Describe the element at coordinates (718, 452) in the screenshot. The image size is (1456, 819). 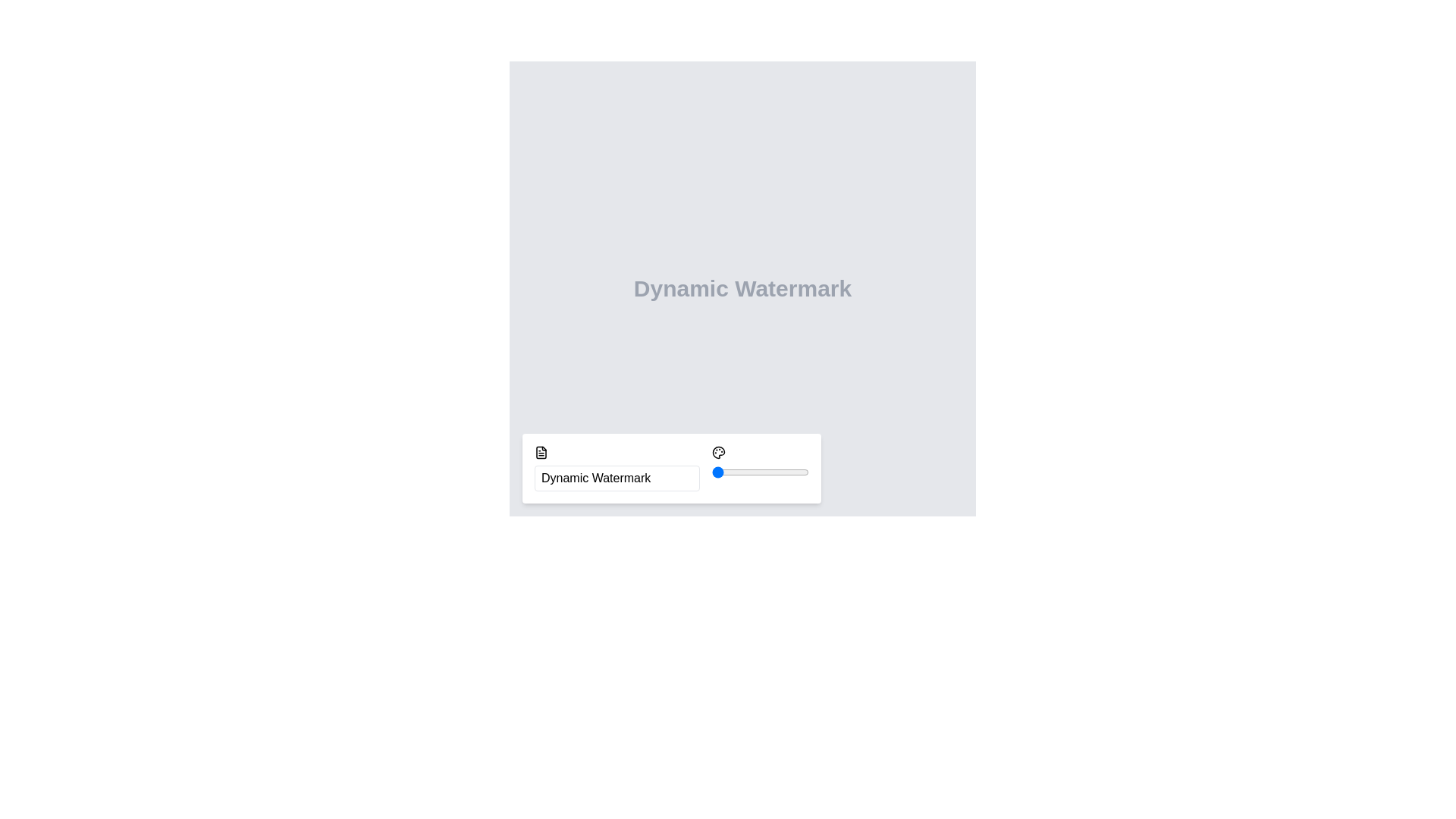
I see `the circular palette icon located in the button group at the bottom center of the view` at that location.